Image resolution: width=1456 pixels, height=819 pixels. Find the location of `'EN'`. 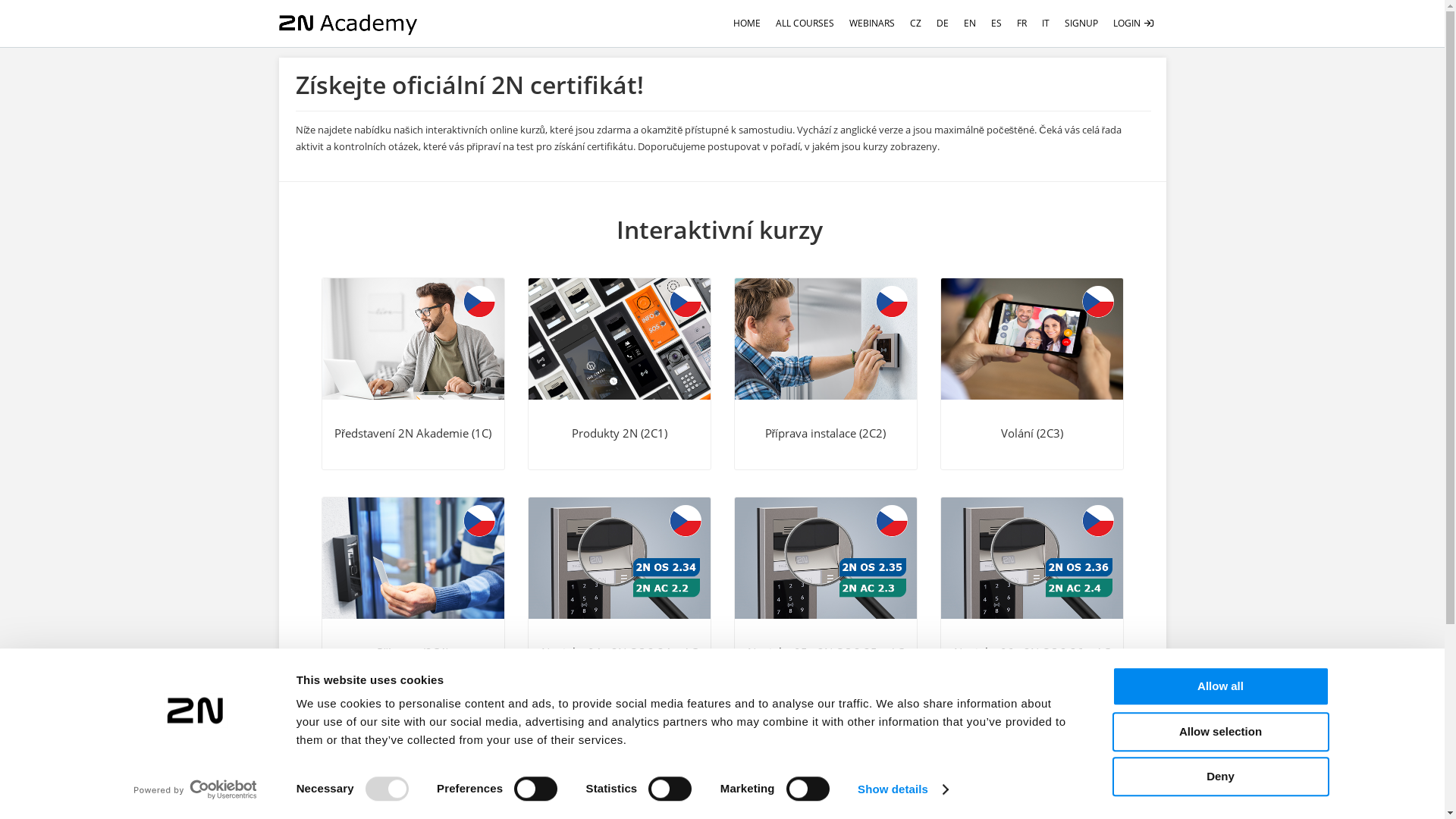

'EN' is located at coordinates (968, 23).